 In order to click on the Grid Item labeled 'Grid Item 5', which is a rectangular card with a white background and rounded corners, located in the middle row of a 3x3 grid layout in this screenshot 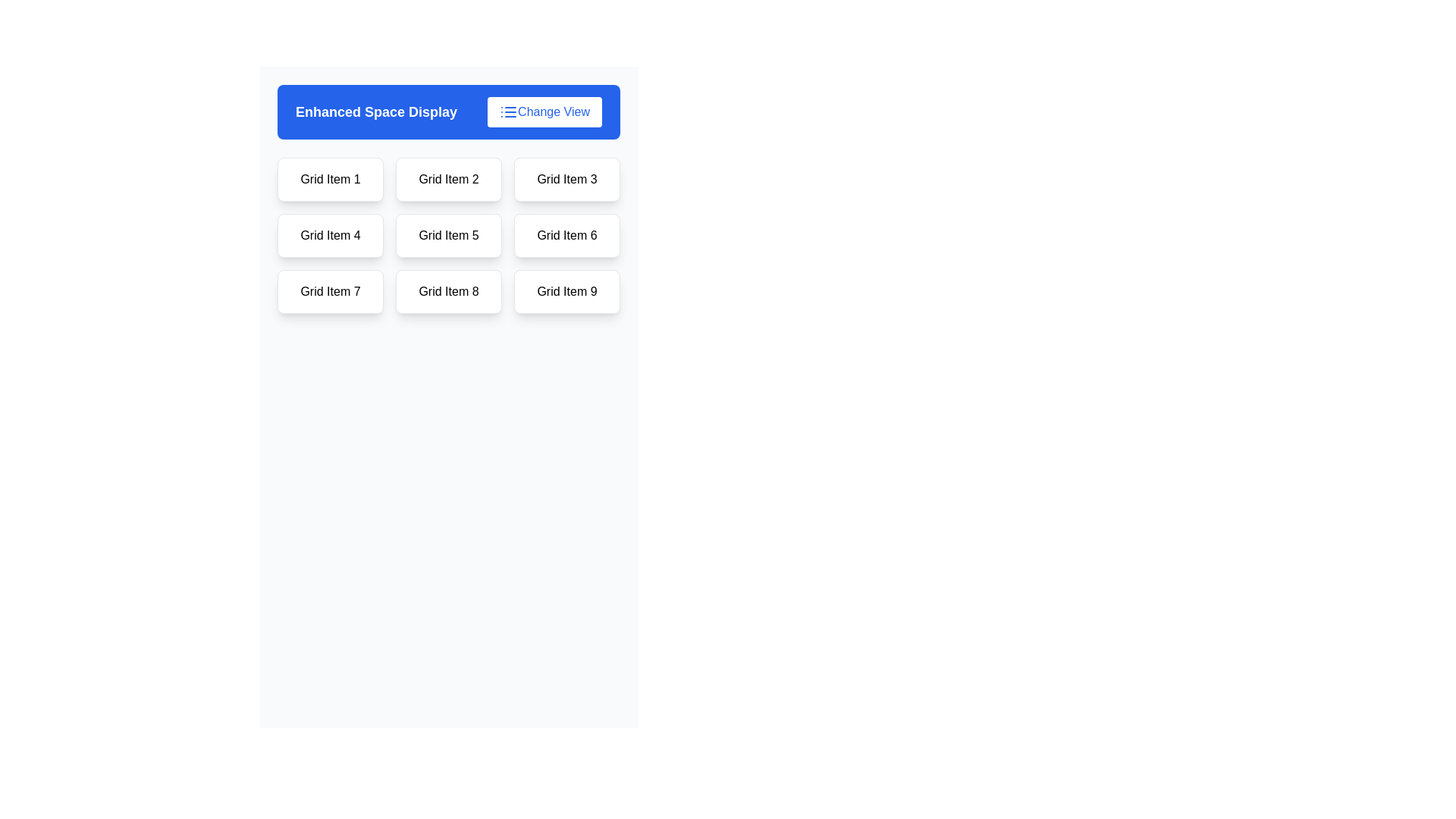, I will do `click(447, 236)`.